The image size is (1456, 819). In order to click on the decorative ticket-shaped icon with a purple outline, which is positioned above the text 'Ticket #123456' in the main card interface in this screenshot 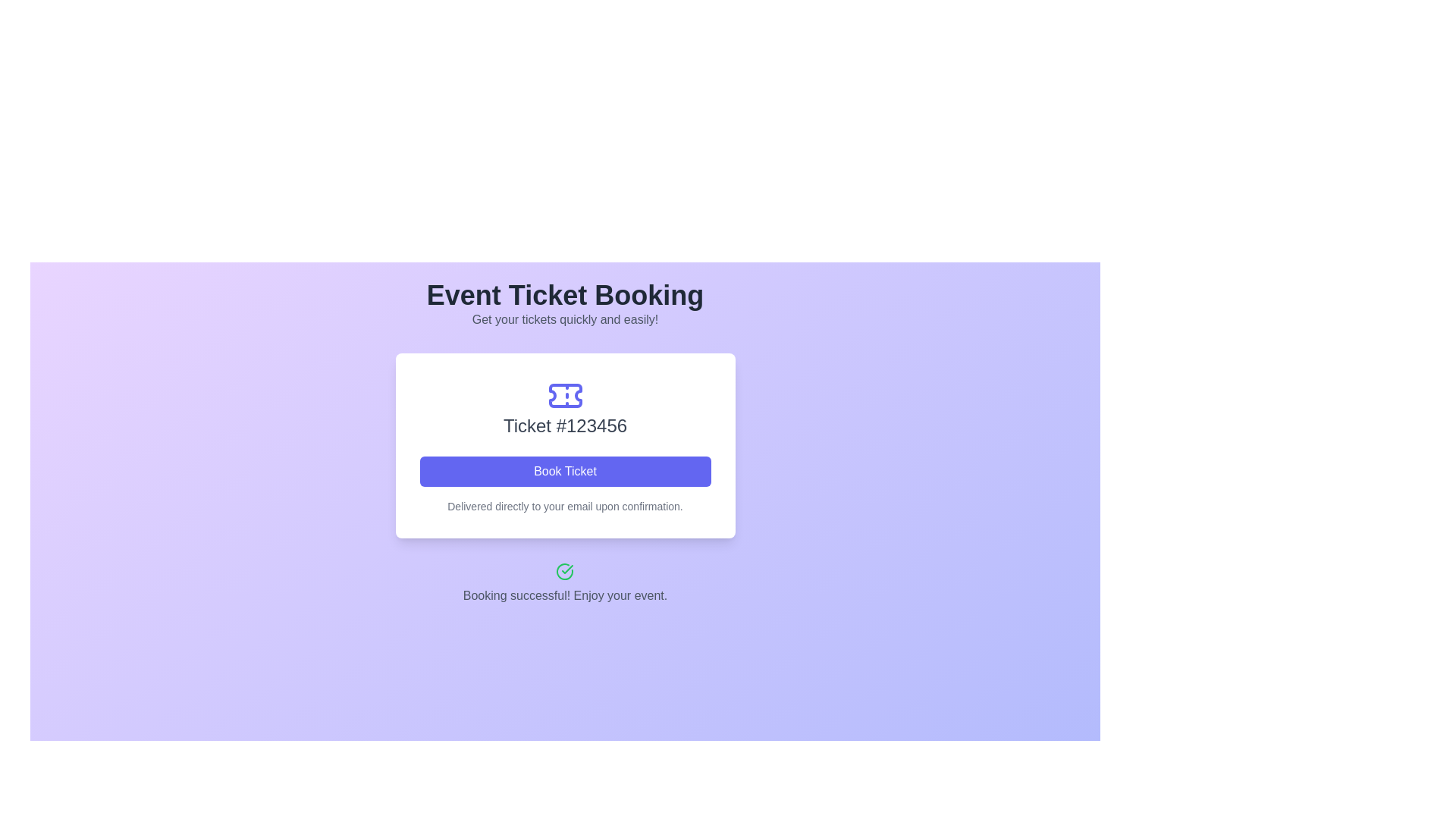, I will do `click(564, 394)`.